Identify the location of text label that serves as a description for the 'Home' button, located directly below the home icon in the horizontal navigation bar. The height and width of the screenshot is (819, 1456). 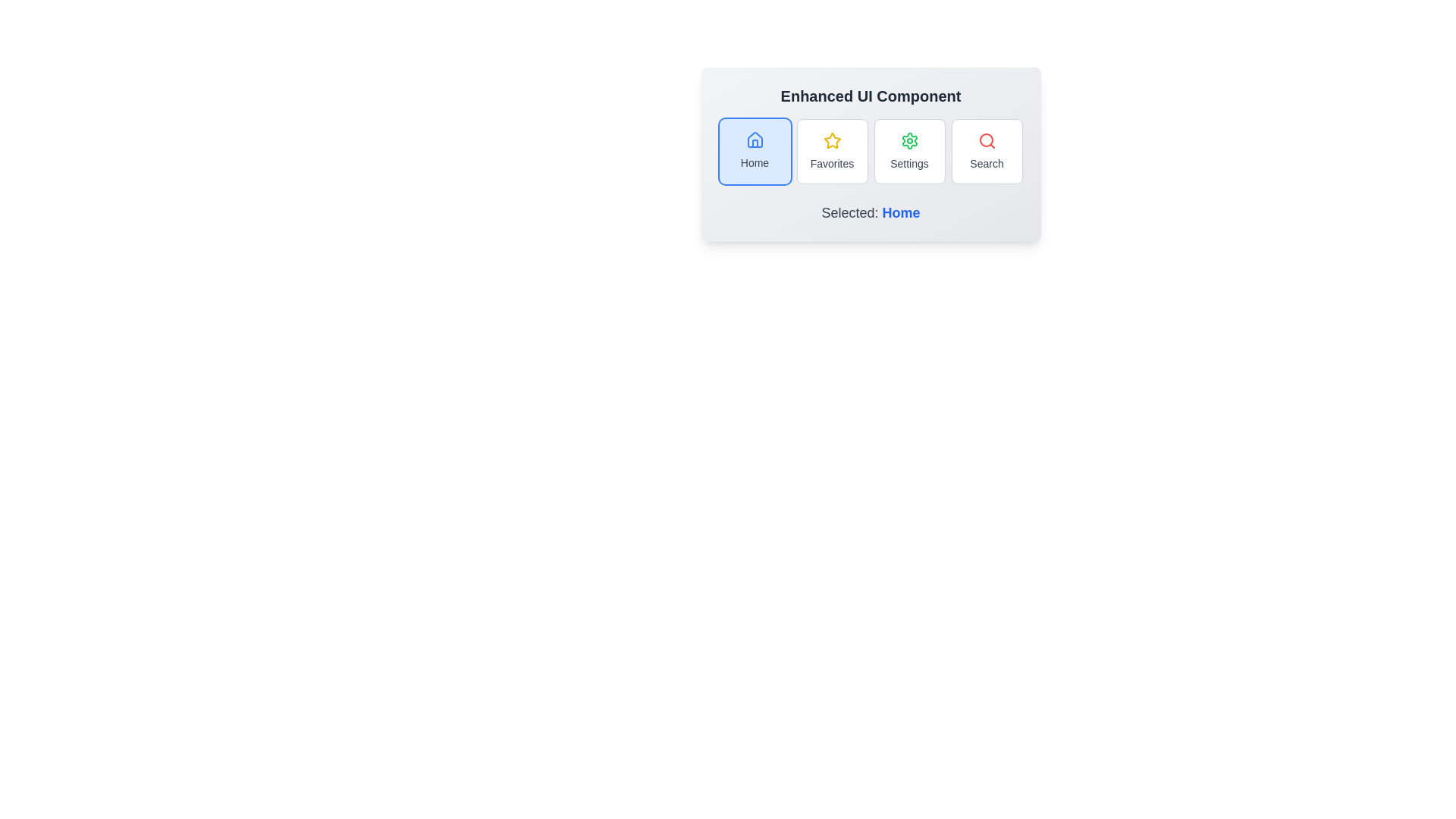
(755, 163).